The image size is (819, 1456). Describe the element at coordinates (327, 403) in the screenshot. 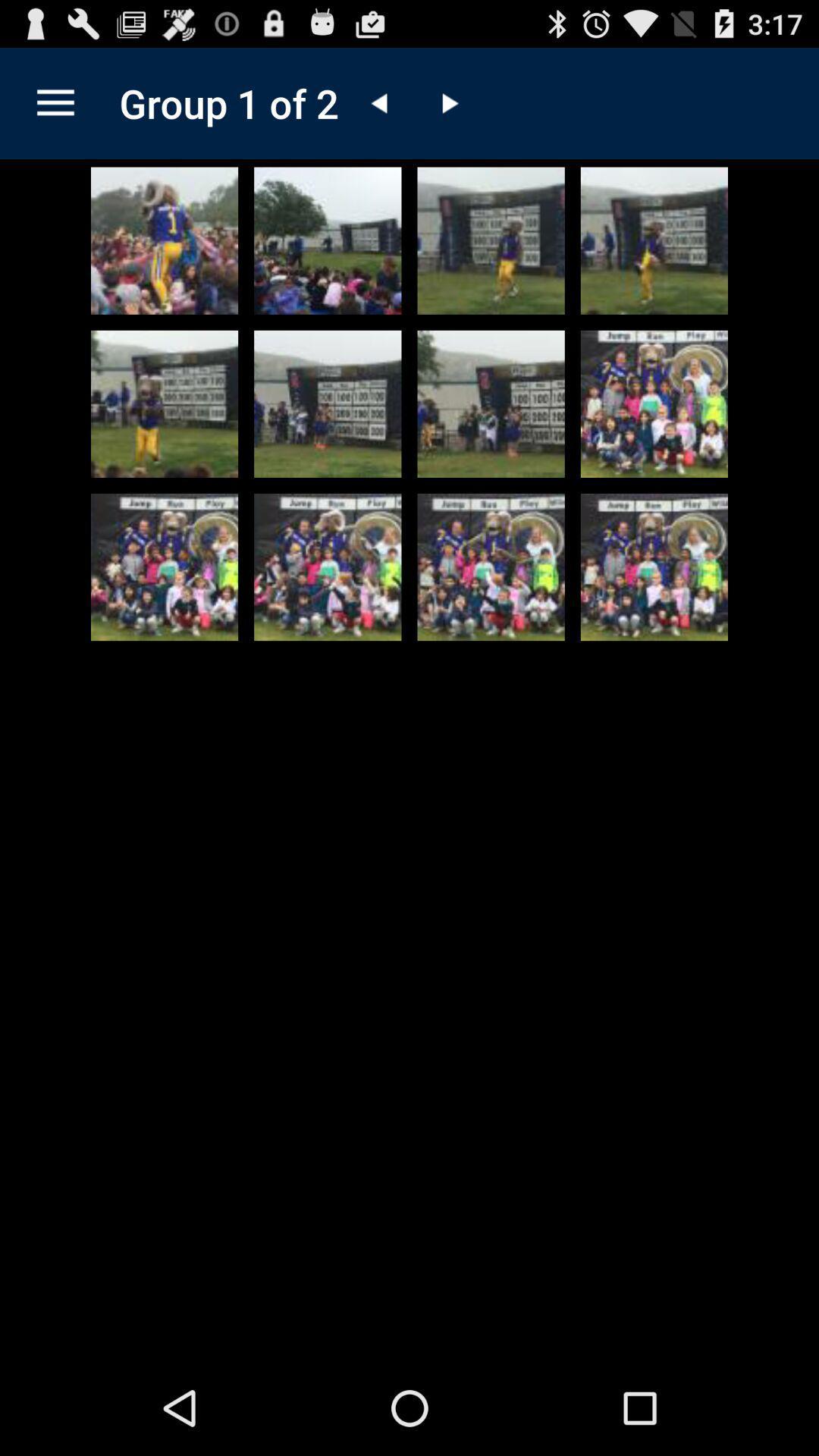

I see `selected` at that location.